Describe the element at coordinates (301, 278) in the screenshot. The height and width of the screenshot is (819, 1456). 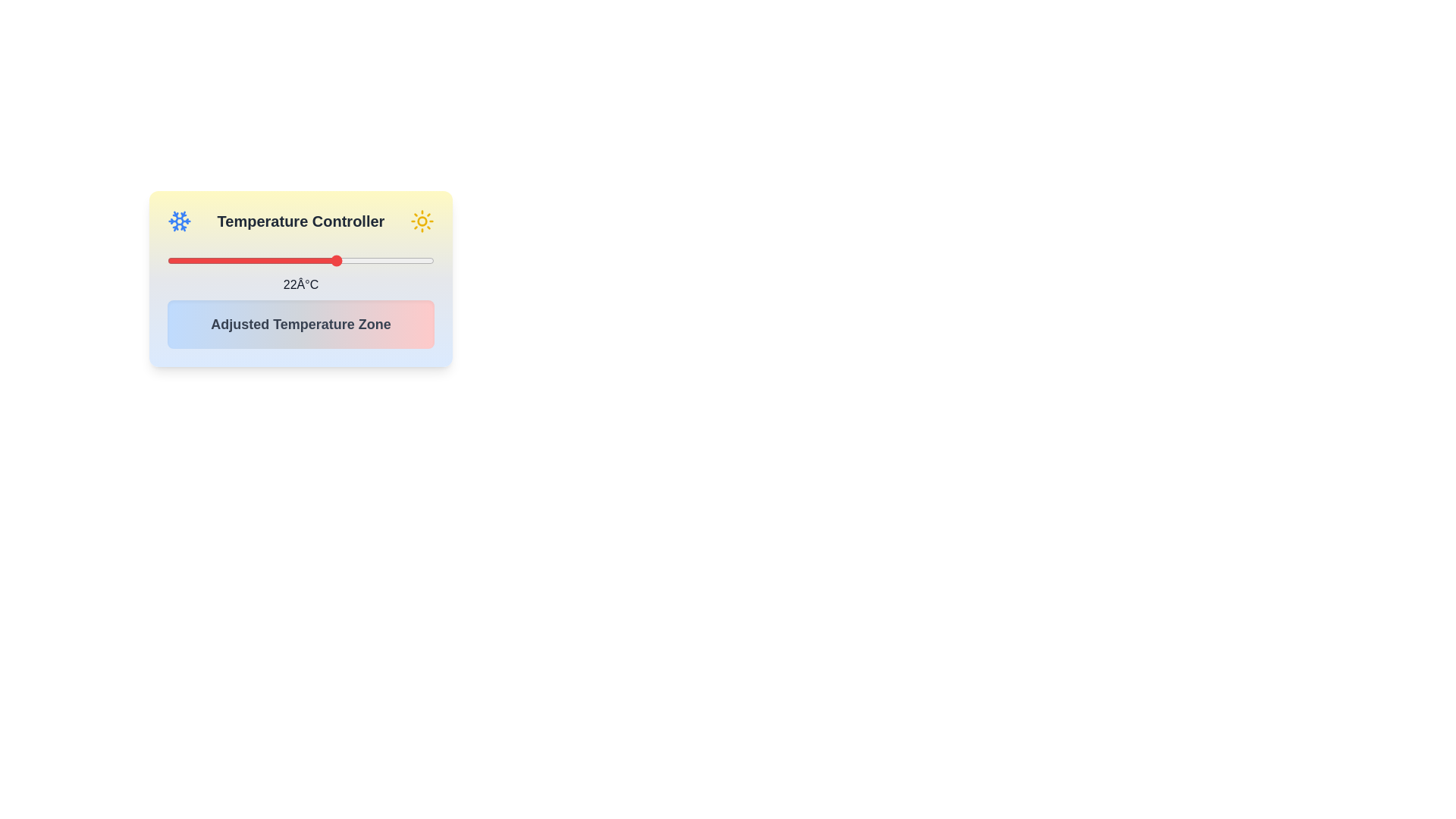
I see `displayed temperature information from the 'Temperature Controller' panel, which features a slider and labels showing '22°C' and 'Adjusted Temperature Zone'` at that location.